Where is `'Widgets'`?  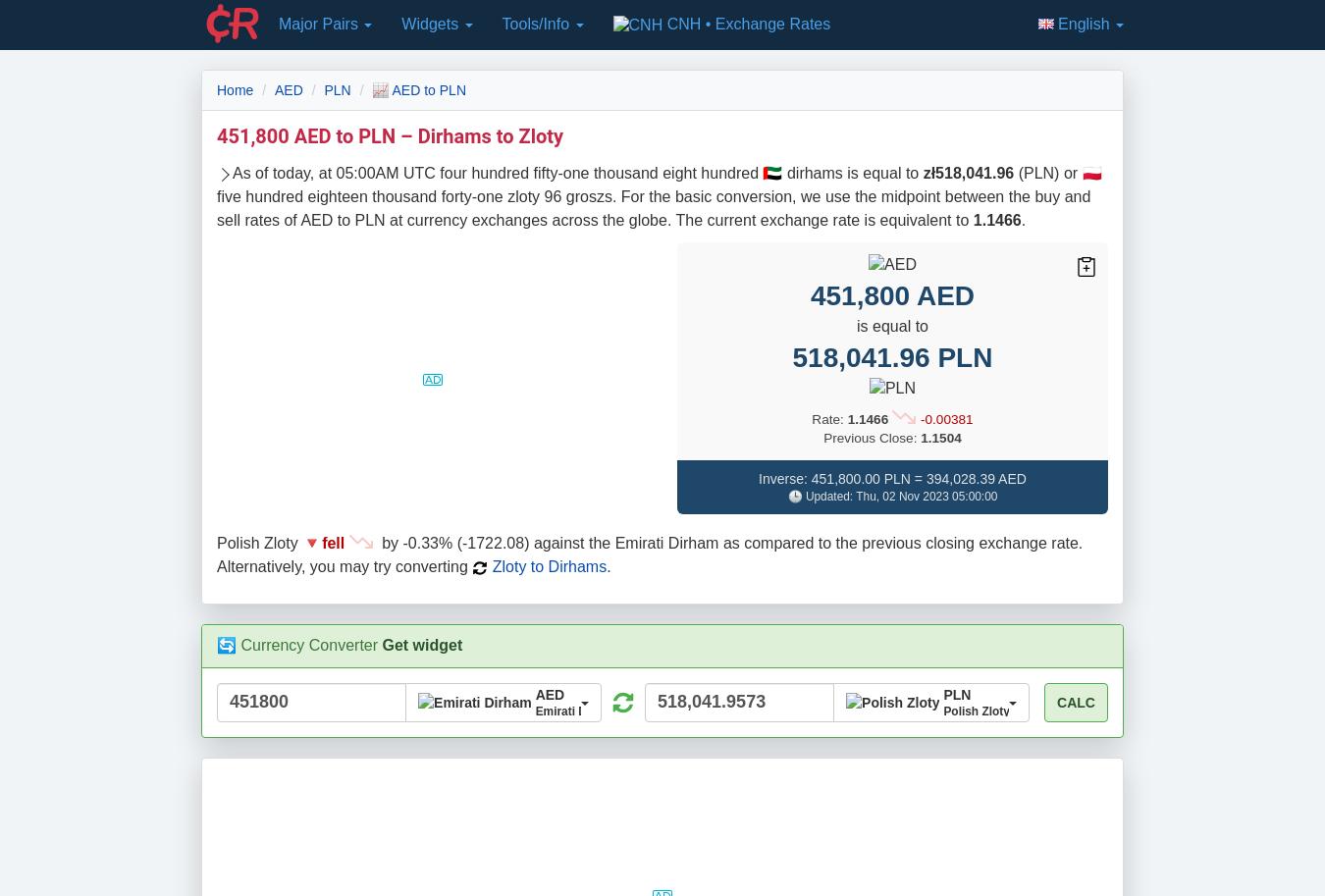 'Widgets' is located at coordinates (431, 24).